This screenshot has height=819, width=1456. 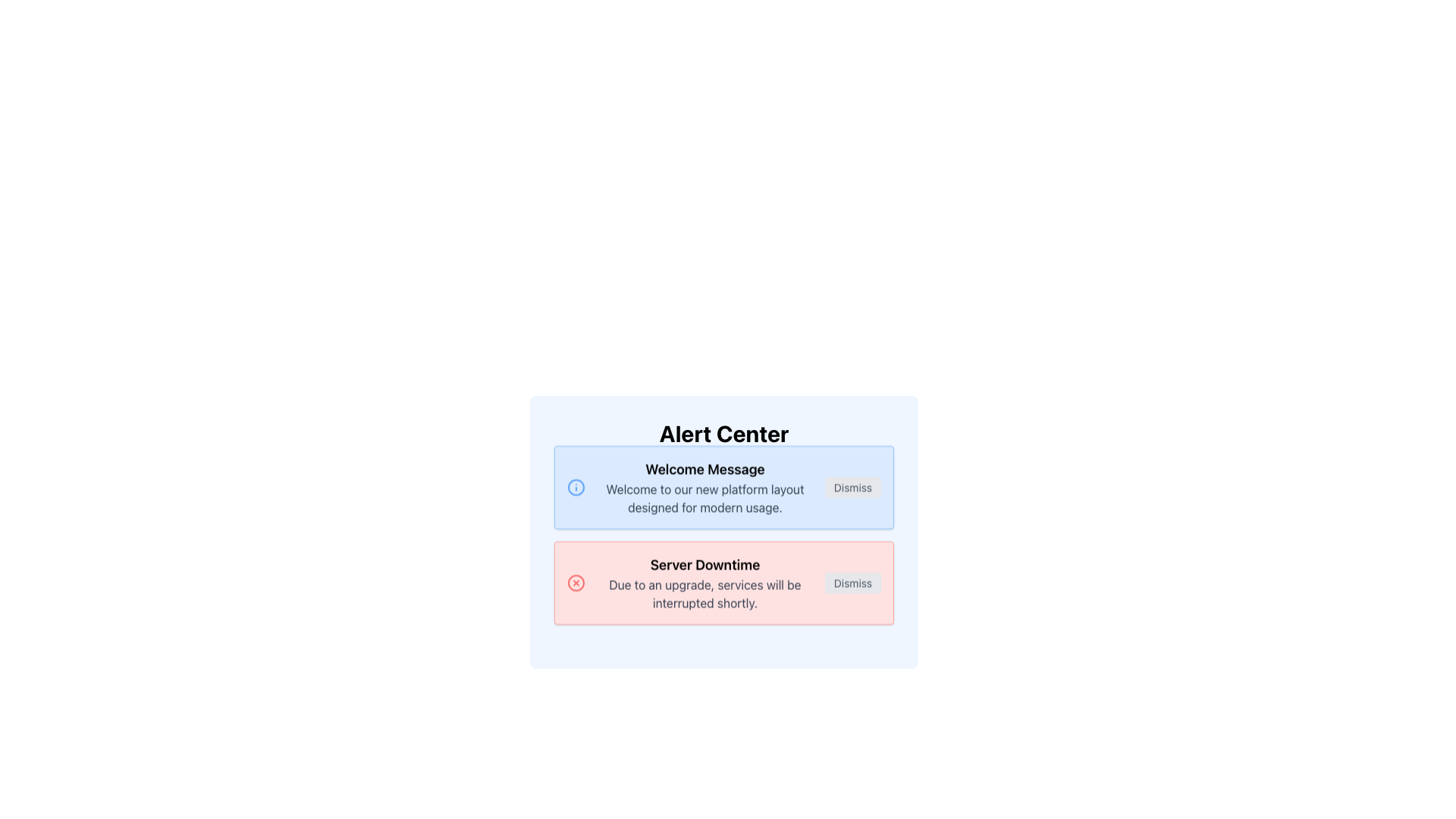 What do you see at coordinates (704, 511) in the screenshot?
I see `text from the 'Welcome Message' label, which provides information about the platform in a friendly and welcoming manner` at bounding box center [704, 511].